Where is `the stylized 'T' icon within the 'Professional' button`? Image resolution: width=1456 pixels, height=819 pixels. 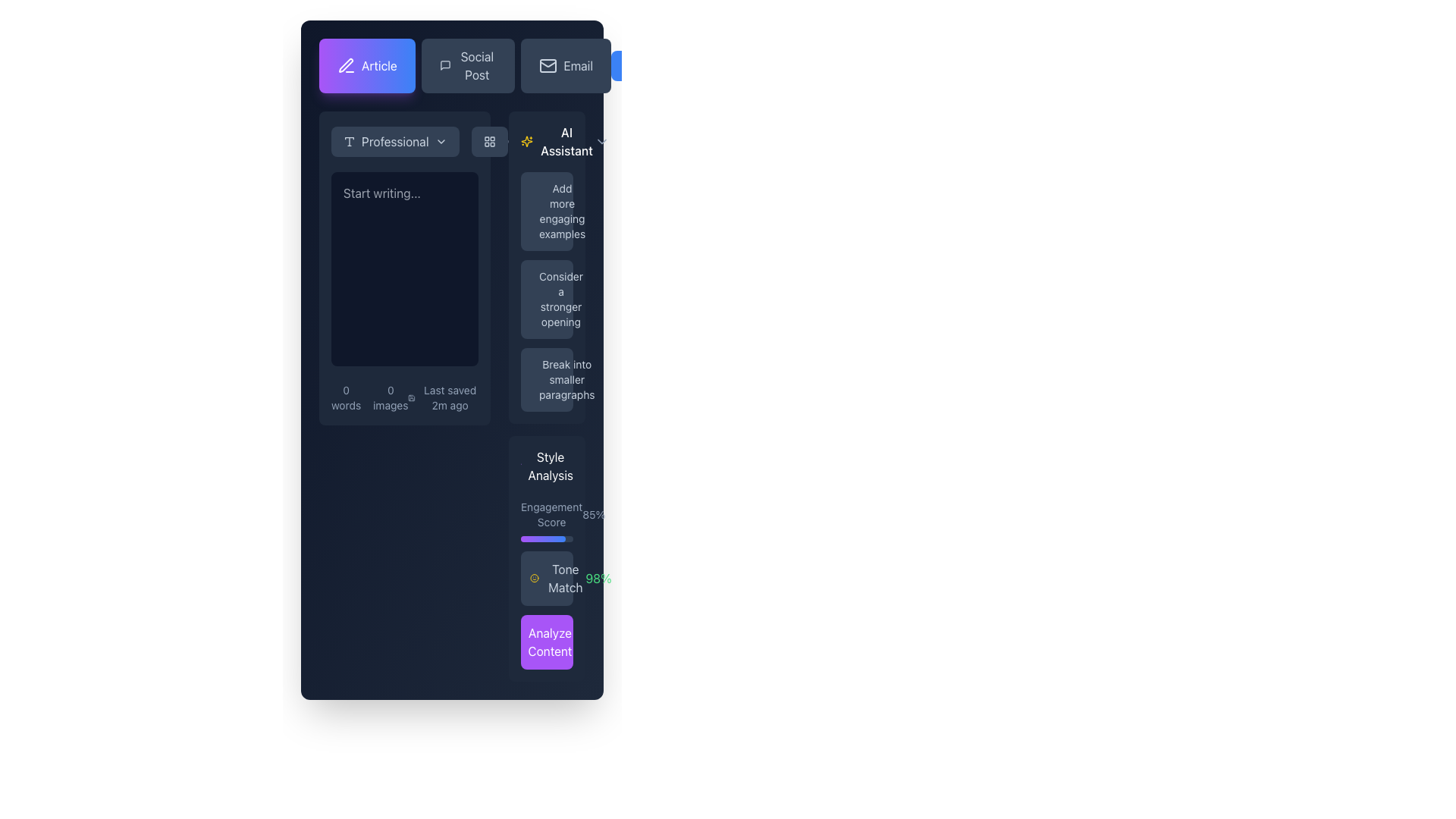
the stylized 'T' icon within the 'Professional' button is located at coordinates (348, 141).